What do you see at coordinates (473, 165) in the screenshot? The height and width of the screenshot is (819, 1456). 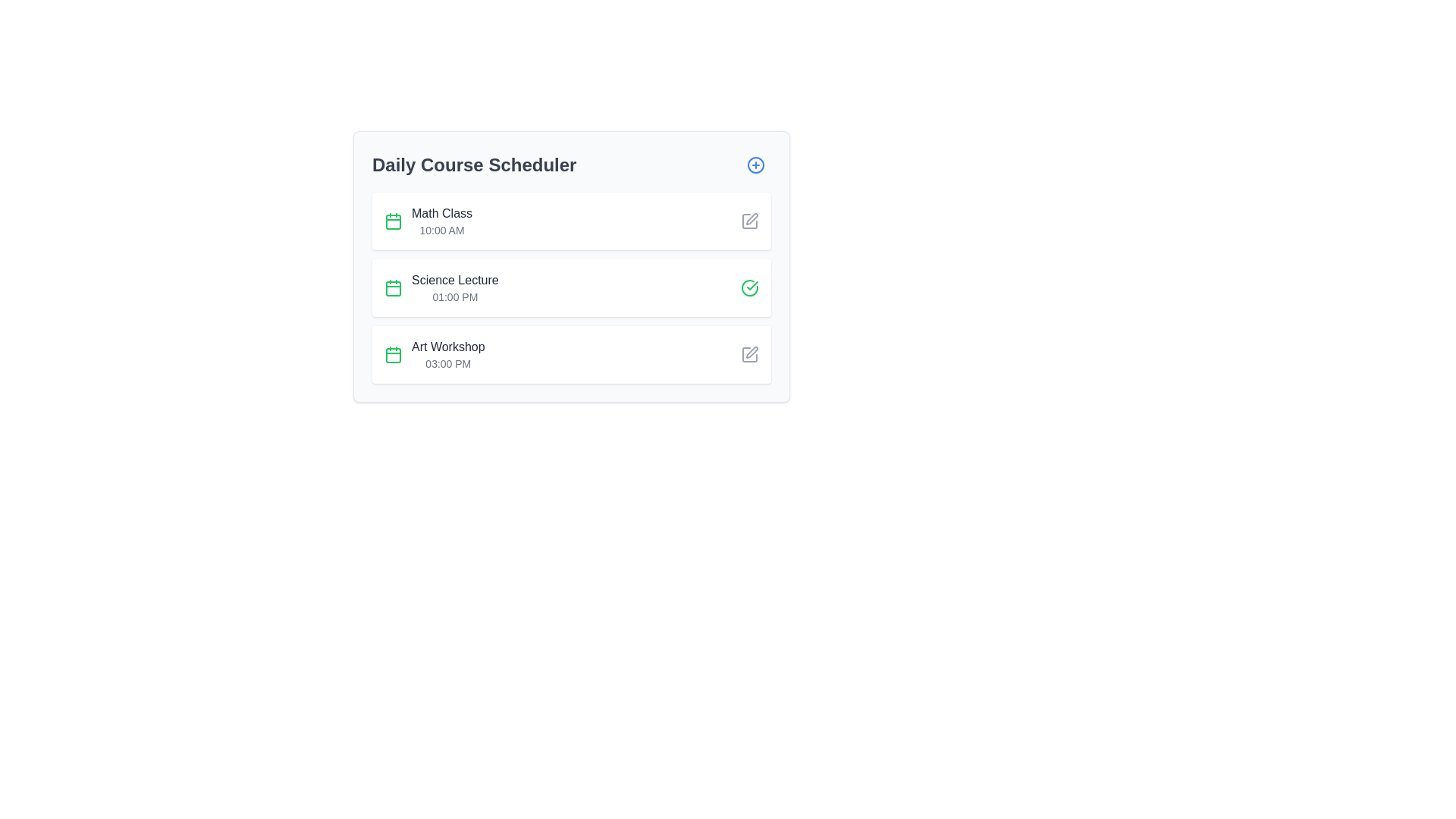 I see `the heading labeled 'Daily Course Scheduler', which serves as the title for the surrounding section` at bounding box center [473, 165].